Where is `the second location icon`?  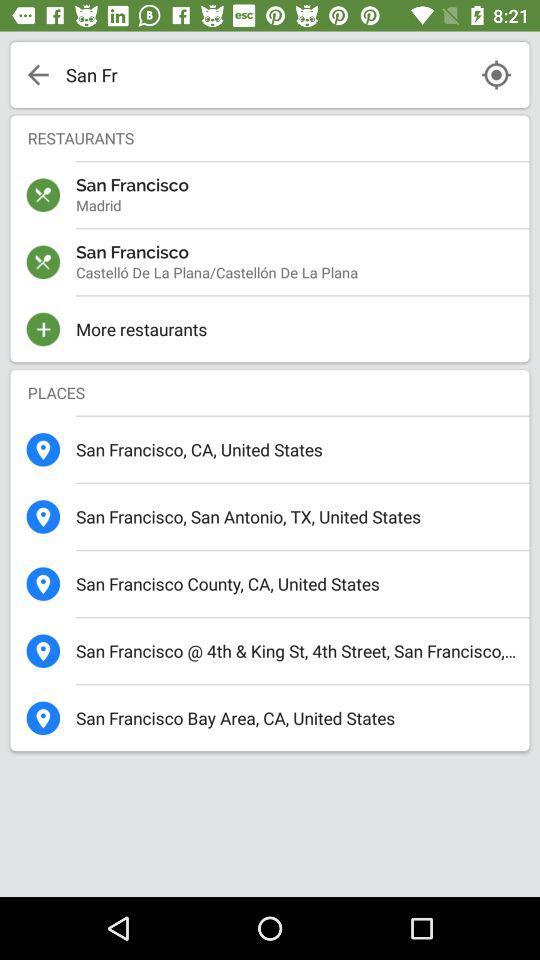
the second location icon is located at coordinates (43, 515).